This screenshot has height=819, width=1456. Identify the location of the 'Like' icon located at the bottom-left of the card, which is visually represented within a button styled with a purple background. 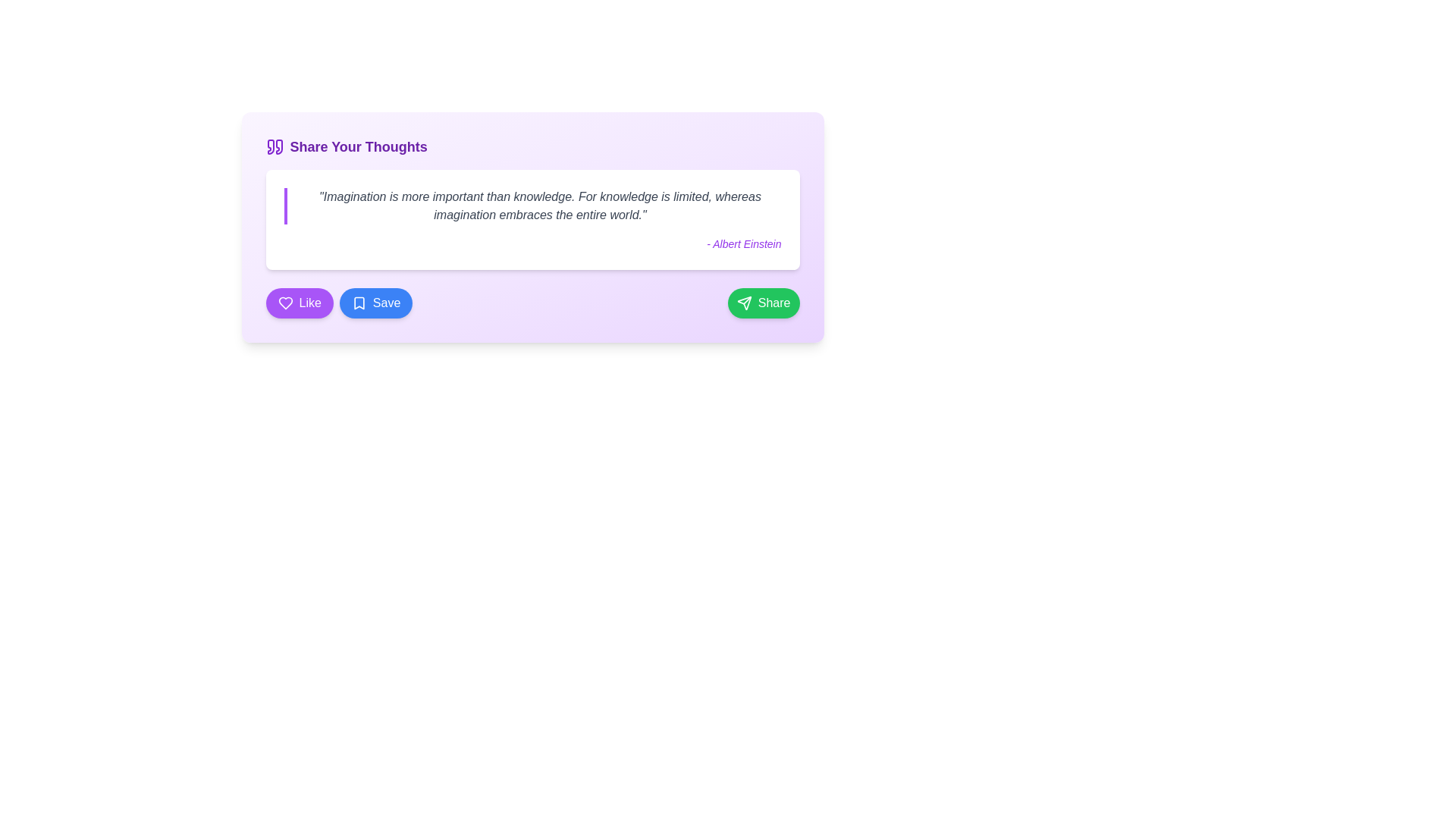
(285, 303).